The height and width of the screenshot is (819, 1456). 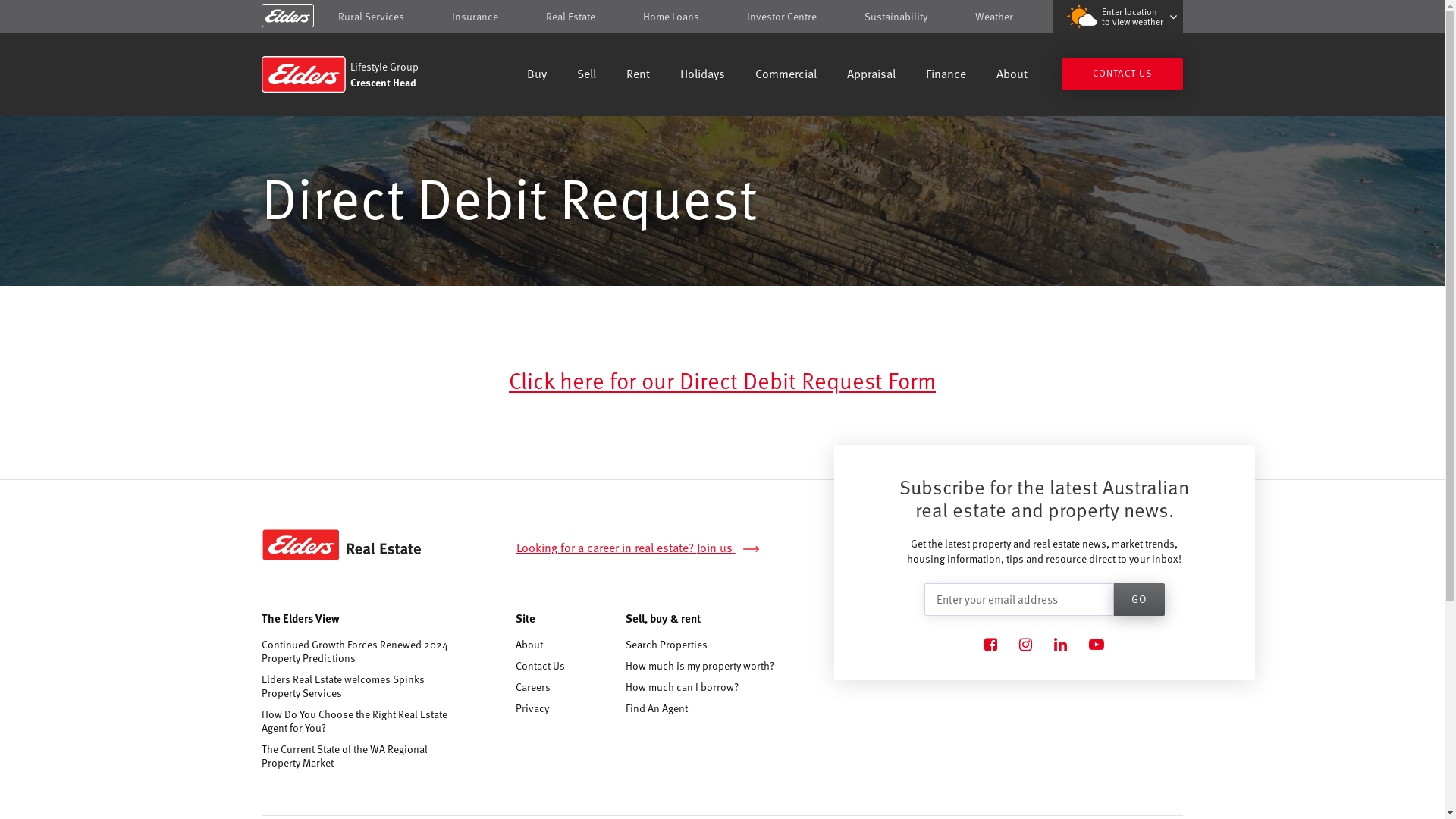 What do you see at coordinates (721, 17) in the screenshot?
I see `'Skip to content'` at bounding box center [721, 17].